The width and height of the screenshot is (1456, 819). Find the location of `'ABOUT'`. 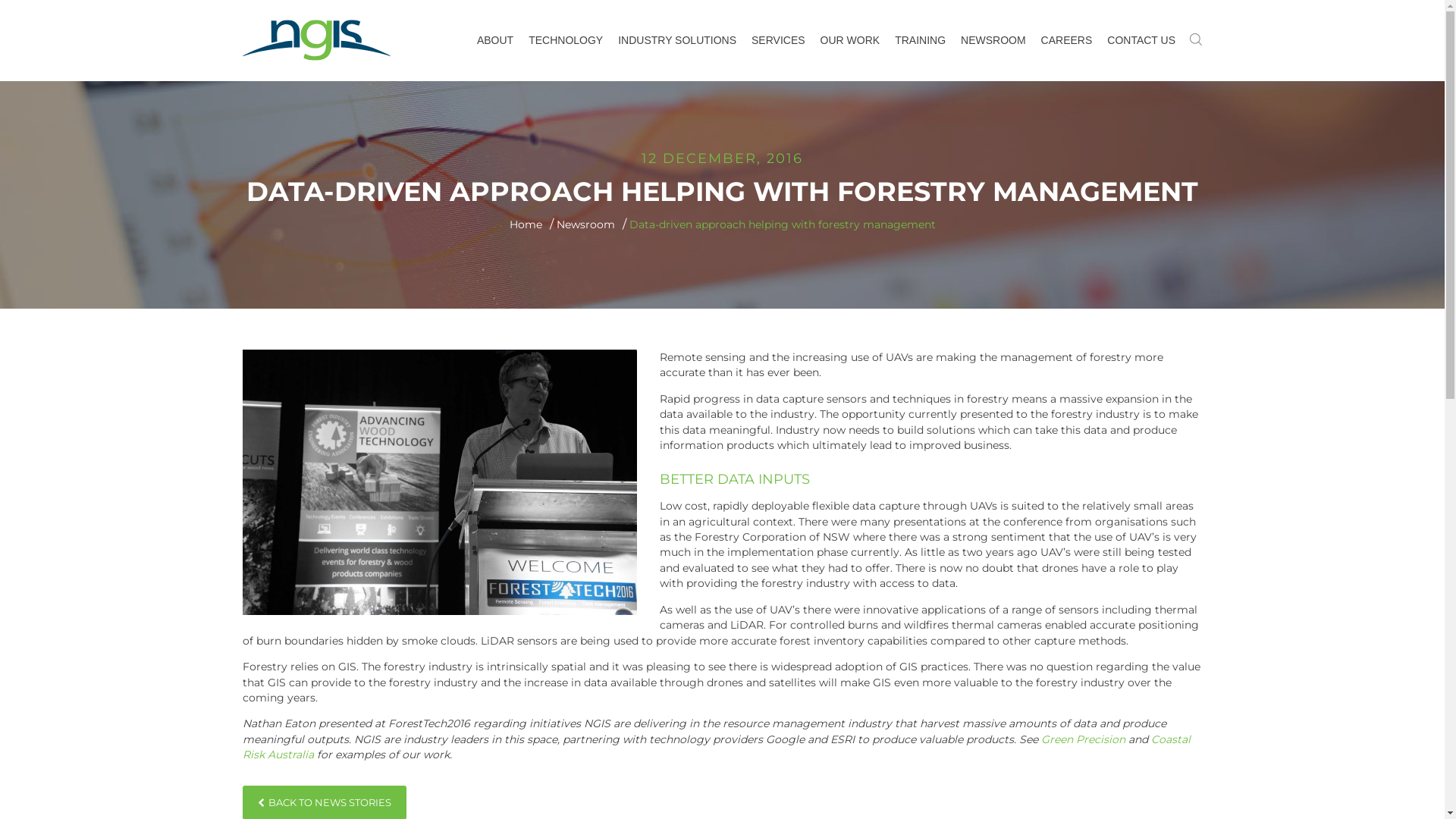

'ABOUT' is located at coordinates (469, 39).